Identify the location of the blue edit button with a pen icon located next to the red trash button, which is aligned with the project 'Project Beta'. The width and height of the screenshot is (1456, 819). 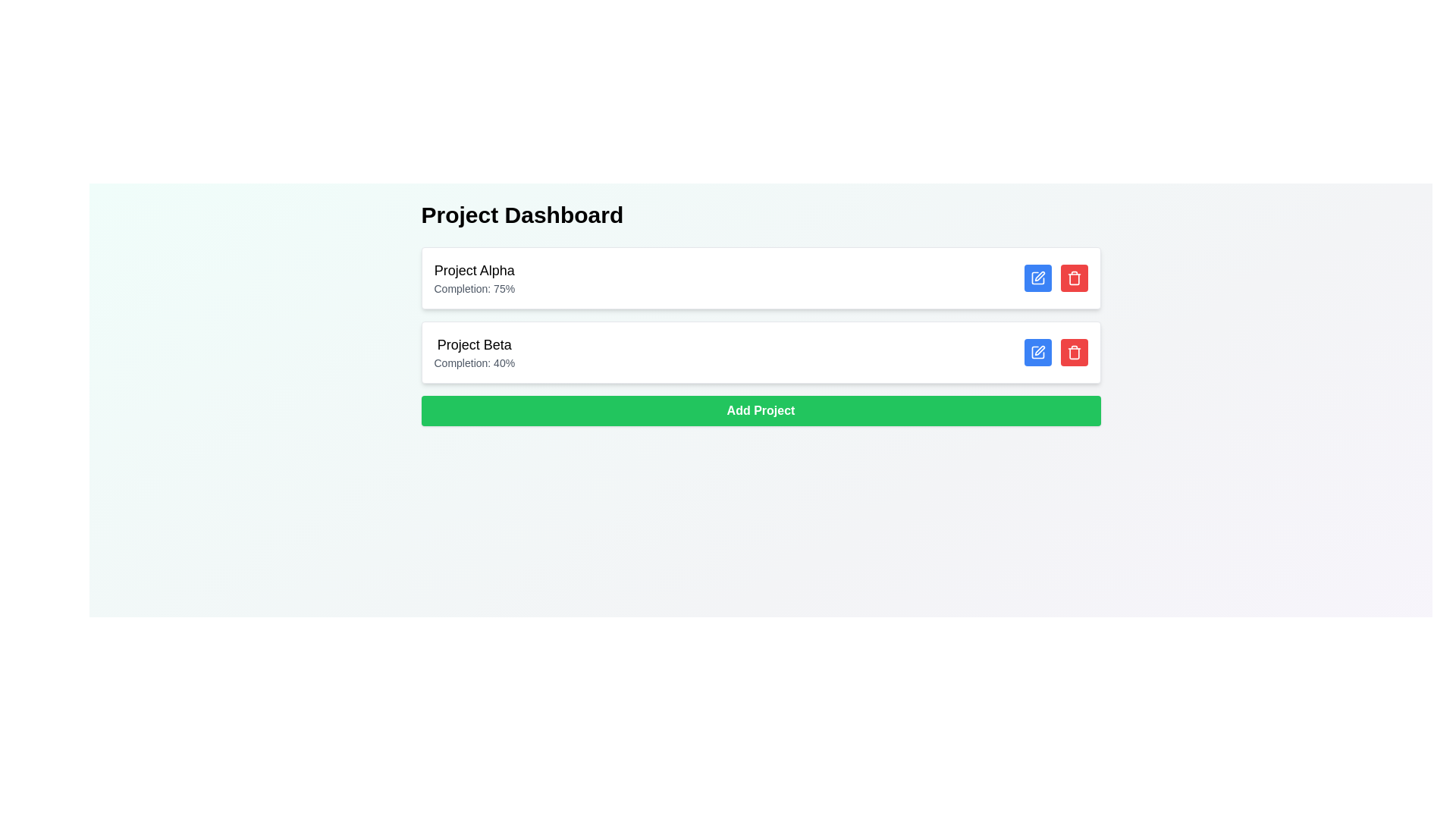
(1037, 353).